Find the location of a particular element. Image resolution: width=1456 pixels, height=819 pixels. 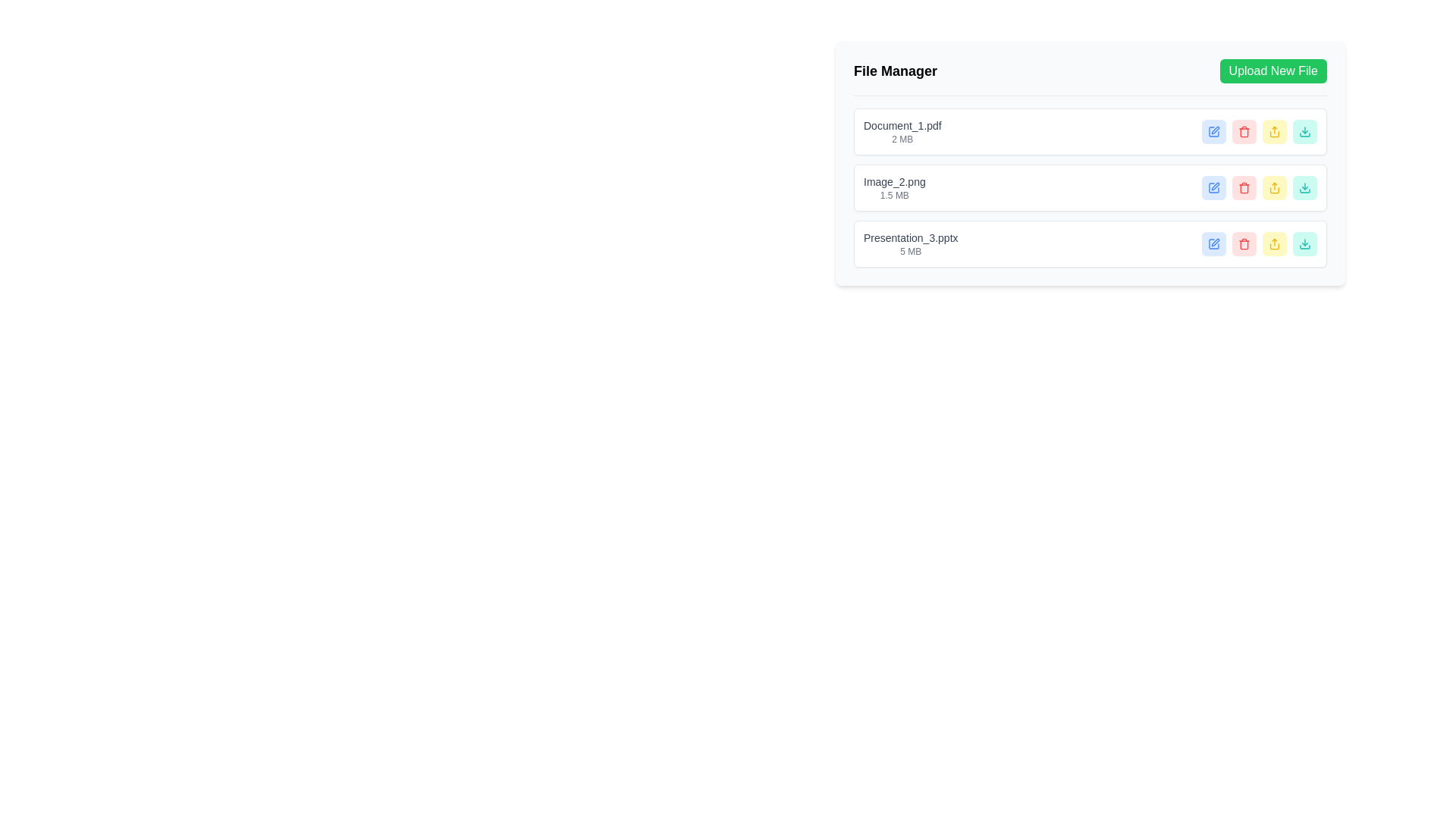

the upload icon (upward arrow from a box) located in the file manager interface, specifically associated with 'Presentation_3.pptx' in the last row of operation icons is located at coordinates (1274, 243).